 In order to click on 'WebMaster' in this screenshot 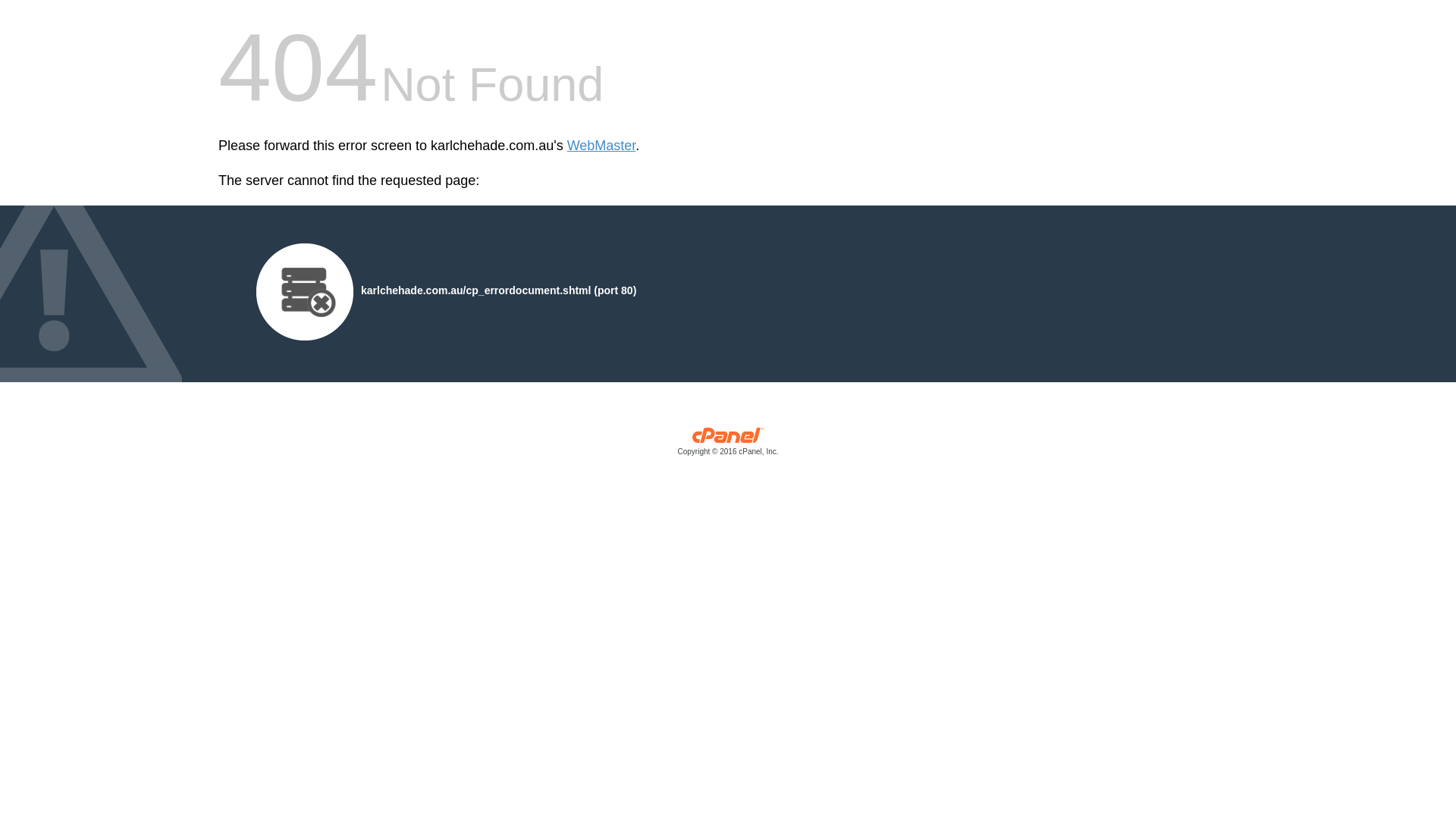, I will do `click(601, 146)`.